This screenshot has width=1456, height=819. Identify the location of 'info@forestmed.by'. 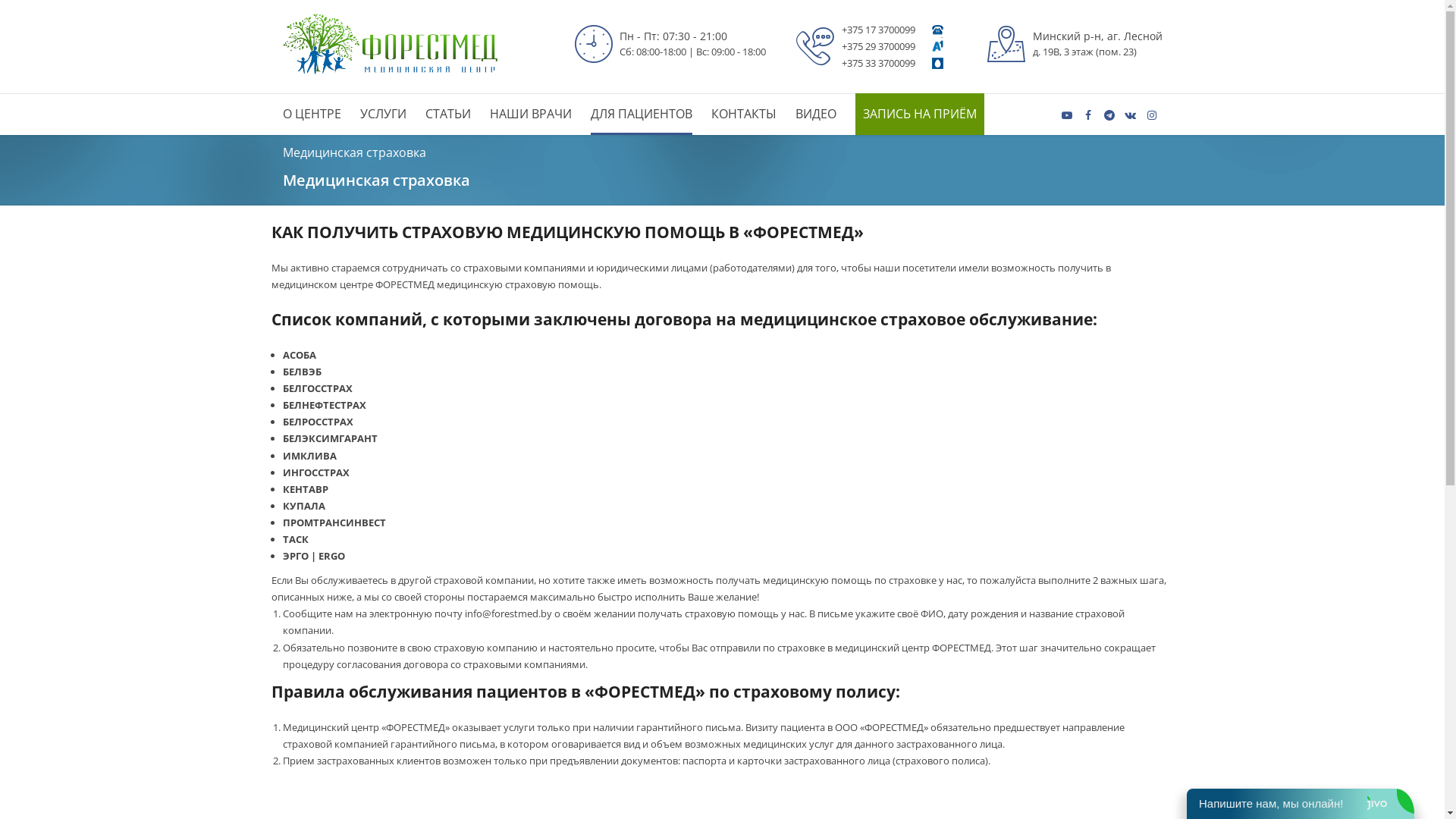
(508, 613).